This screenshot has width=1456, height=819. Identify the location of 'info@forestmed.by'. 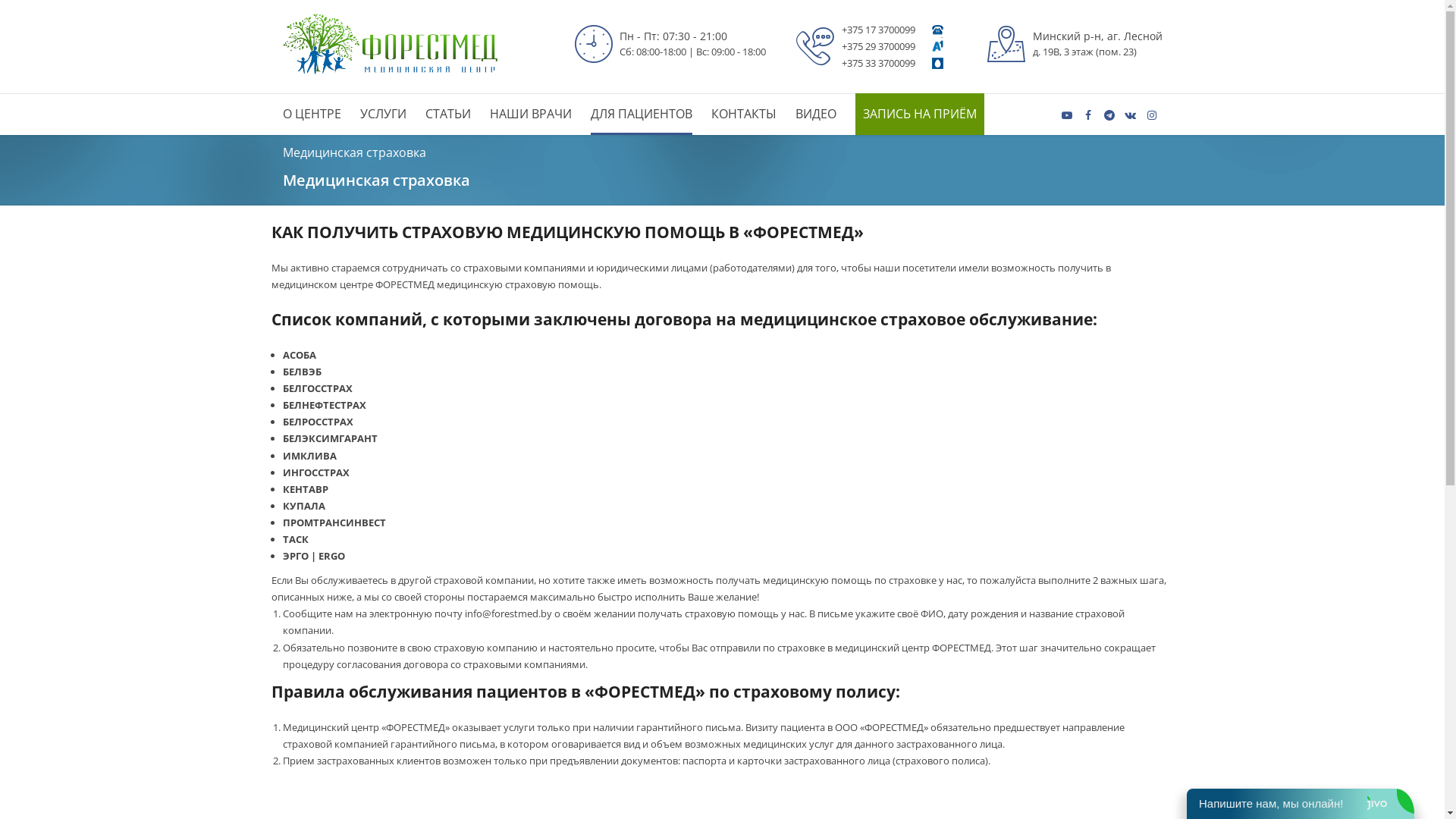
(508, 613).